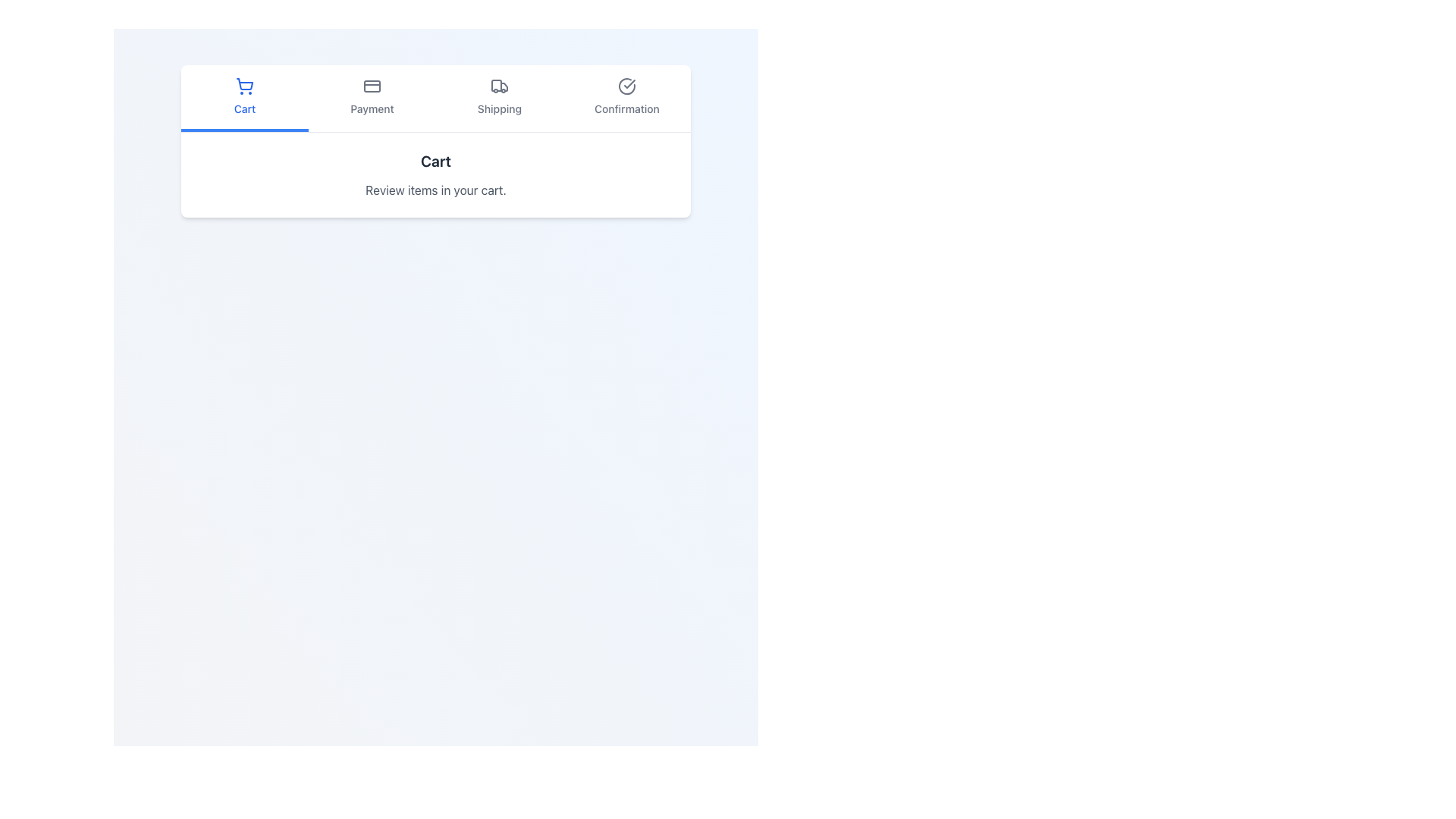  I want to click on the 'Confirmation' tab located on the right end of the navigation bar, so click(626, 99).